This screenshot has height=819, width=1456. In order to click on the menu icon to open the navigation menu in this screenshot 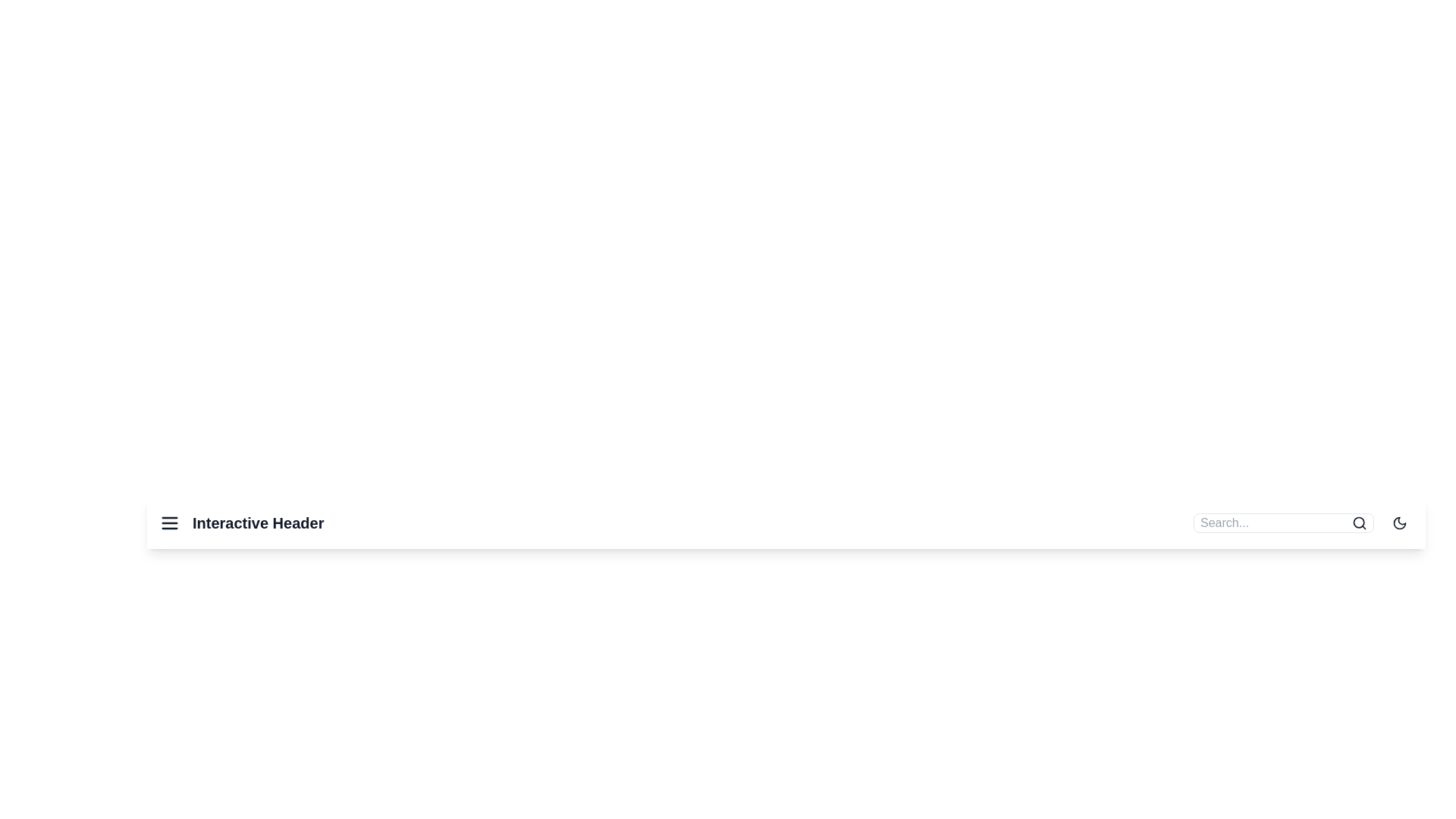, I will do `click(170, 522)`.